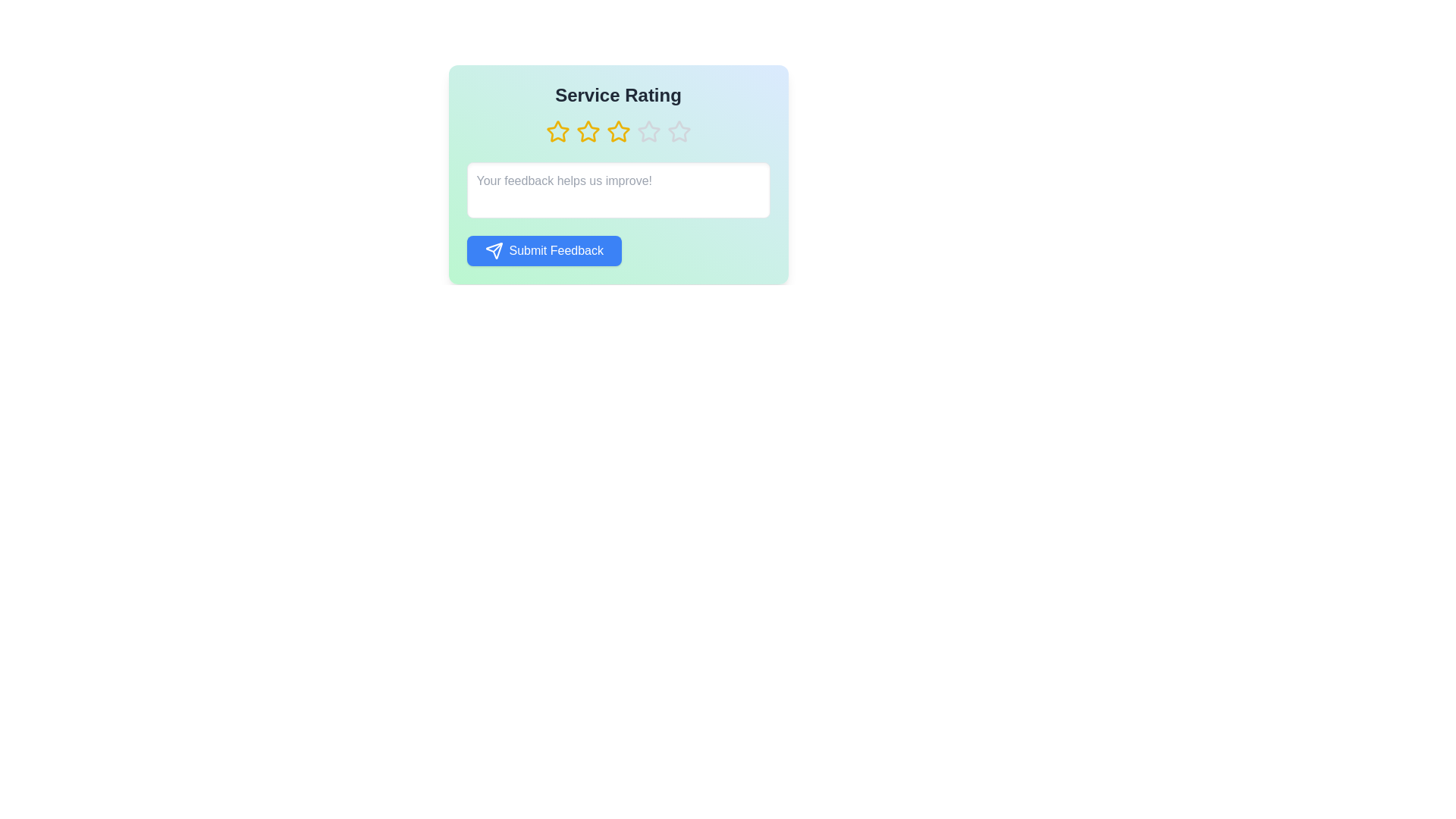 Image resolution: width=1456 pixels, height=819 pixels. I want to click on the third yellow star icon in the 'Service Rating' component for a visual response, so click(618, 130).